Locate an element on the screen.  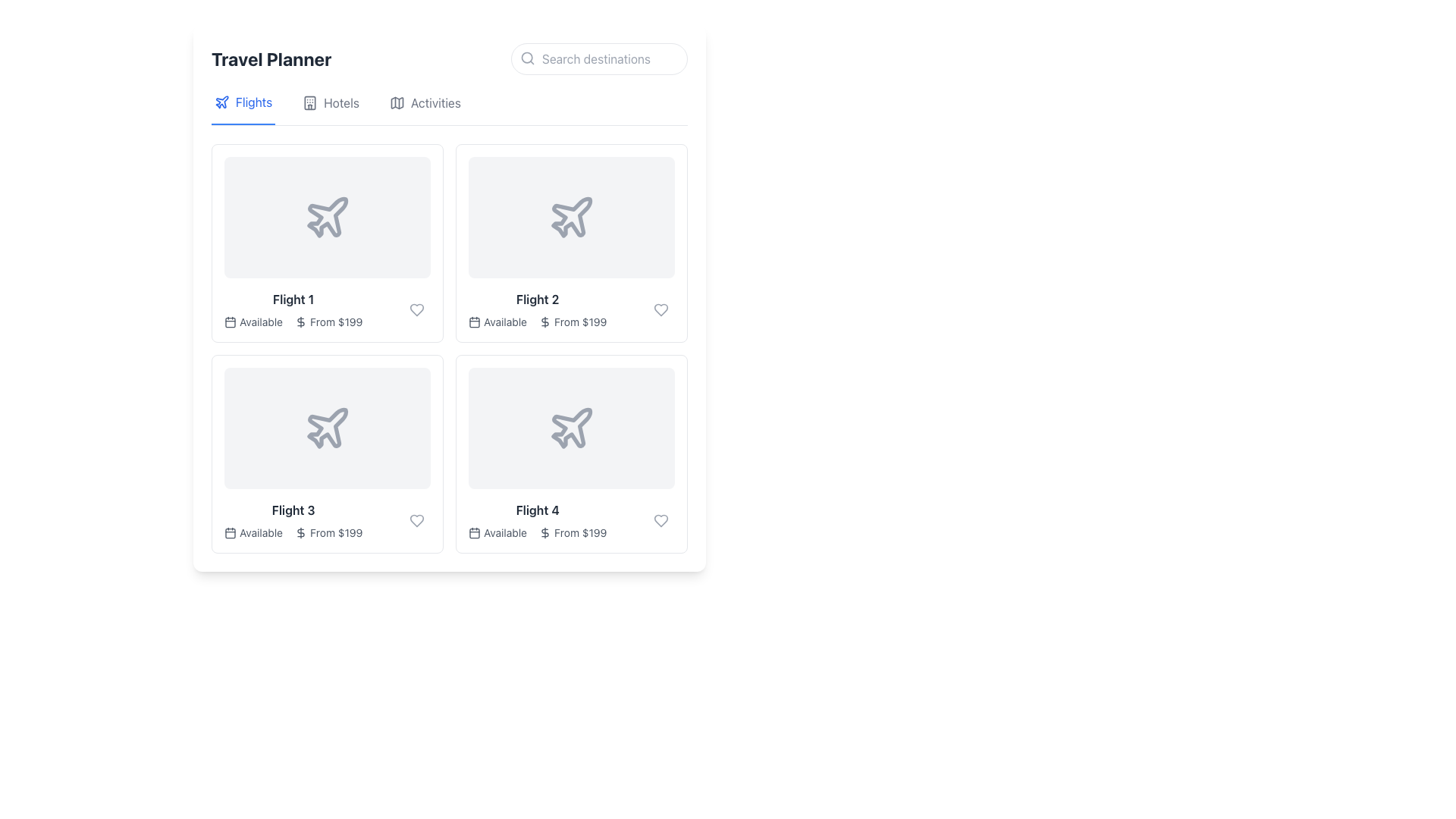
the airplane icon within the light gray rectangular area of the 'Flight 3' card located in the second row, first column of the flight options grid is located at coordinates (327, 428).